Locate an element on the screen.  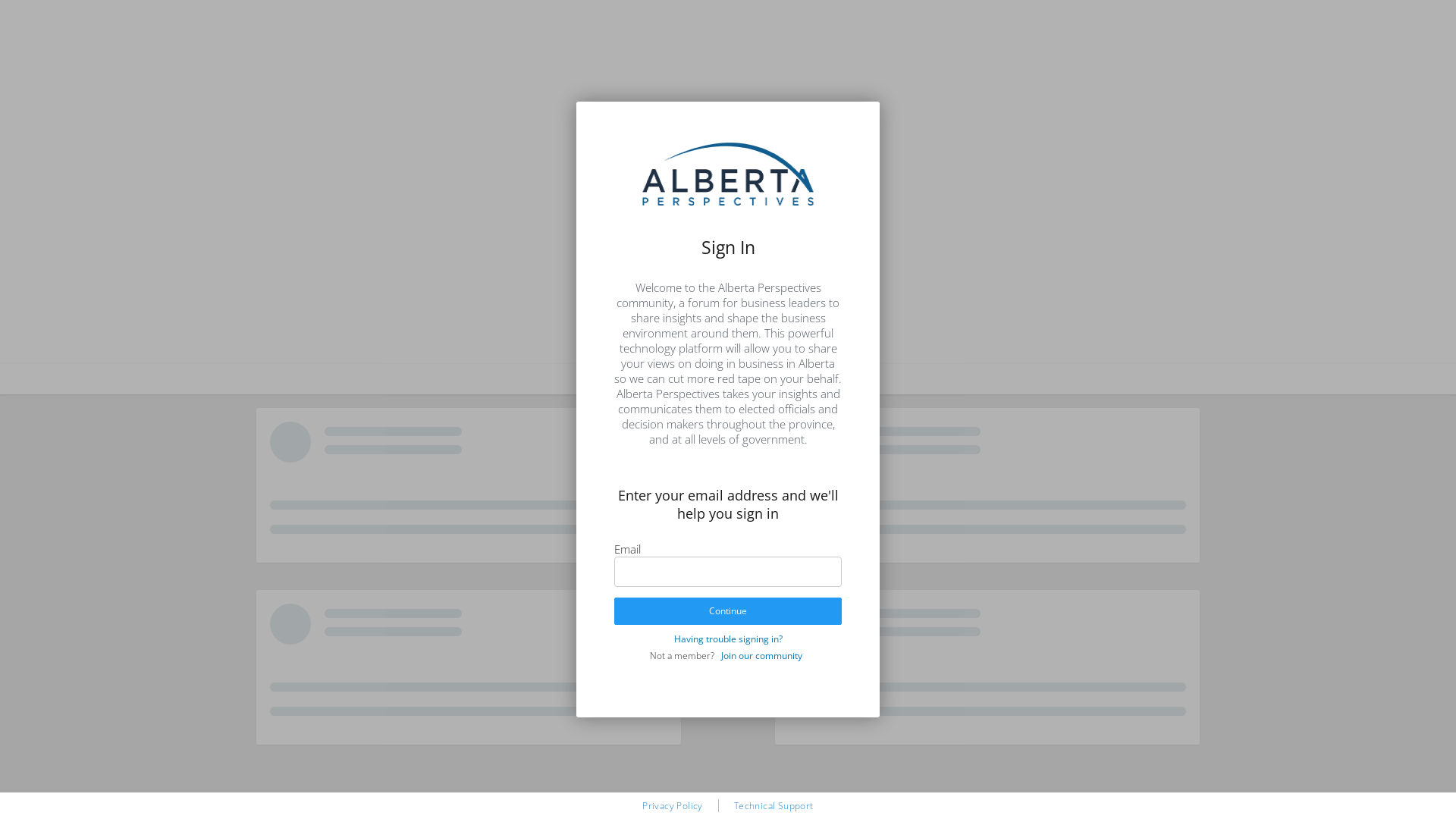
'Continue' is located at coordinates (614, 610).